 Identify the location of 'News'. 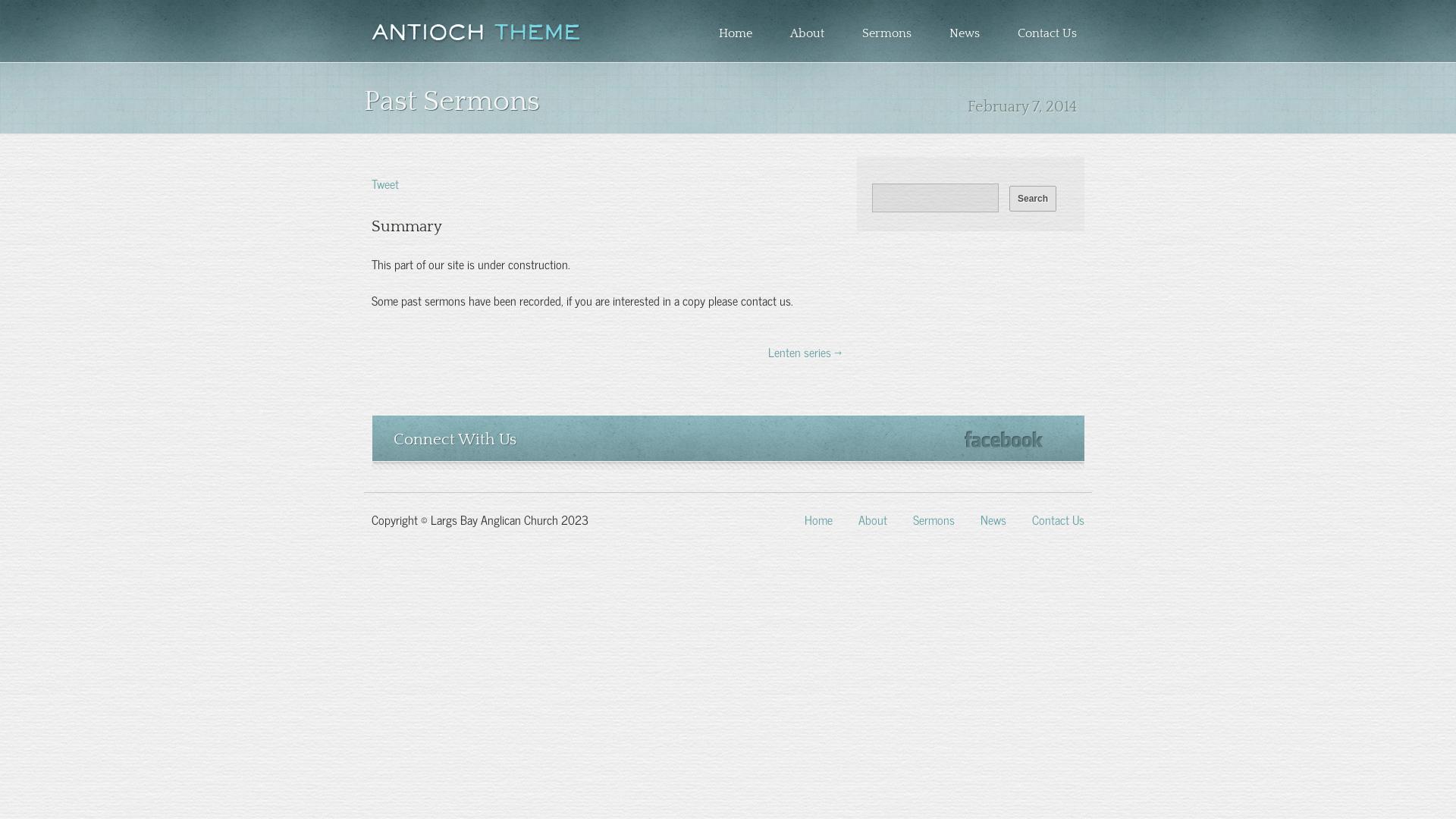
(949, 33).